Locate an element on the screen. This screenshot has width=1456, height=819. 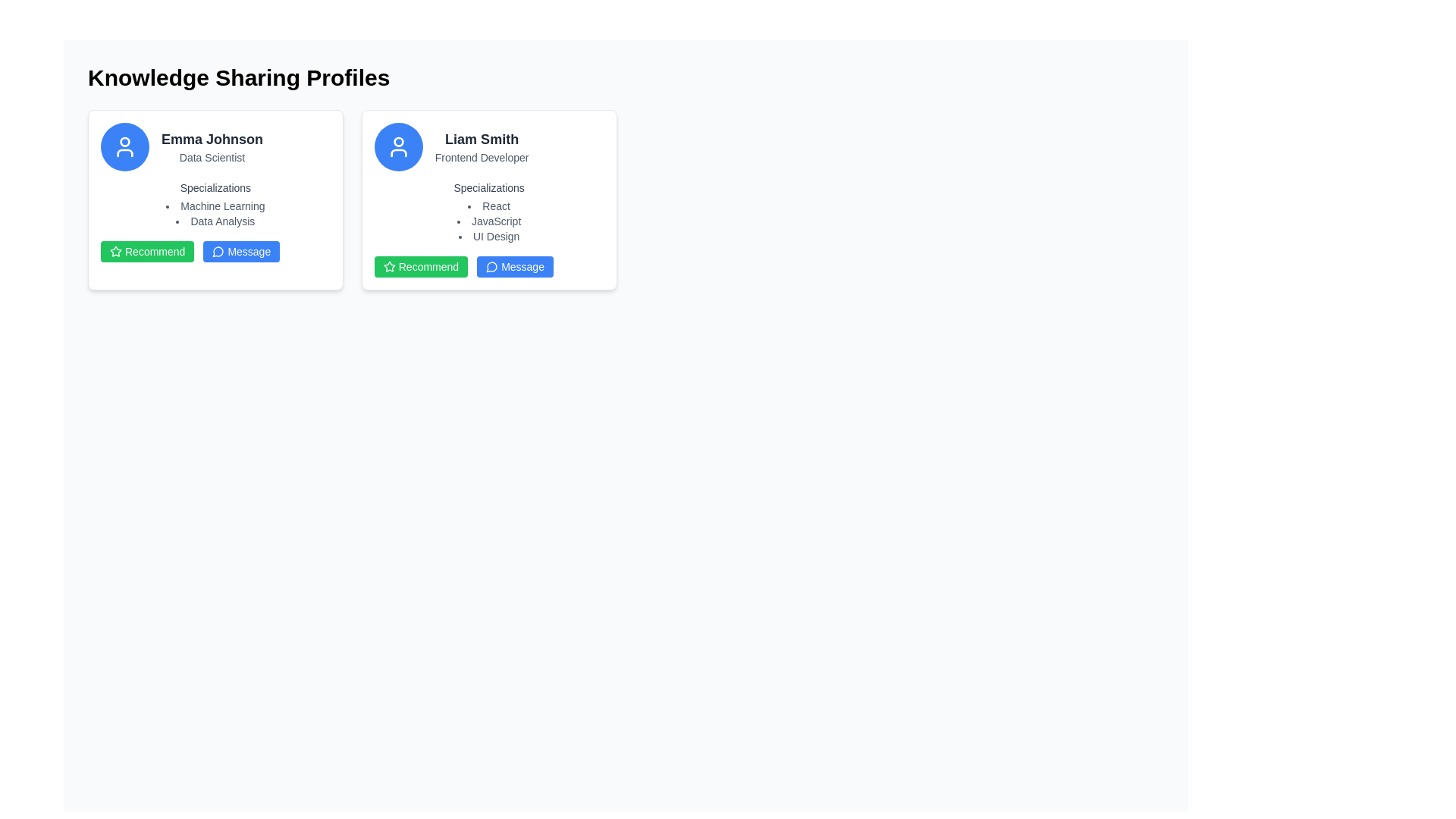
the text content 'JavaScript' which is styled in a smaller gray font and is the second bullet point in the Specializations section of Liam Smith's profile card is located at coordinates (489, 221).